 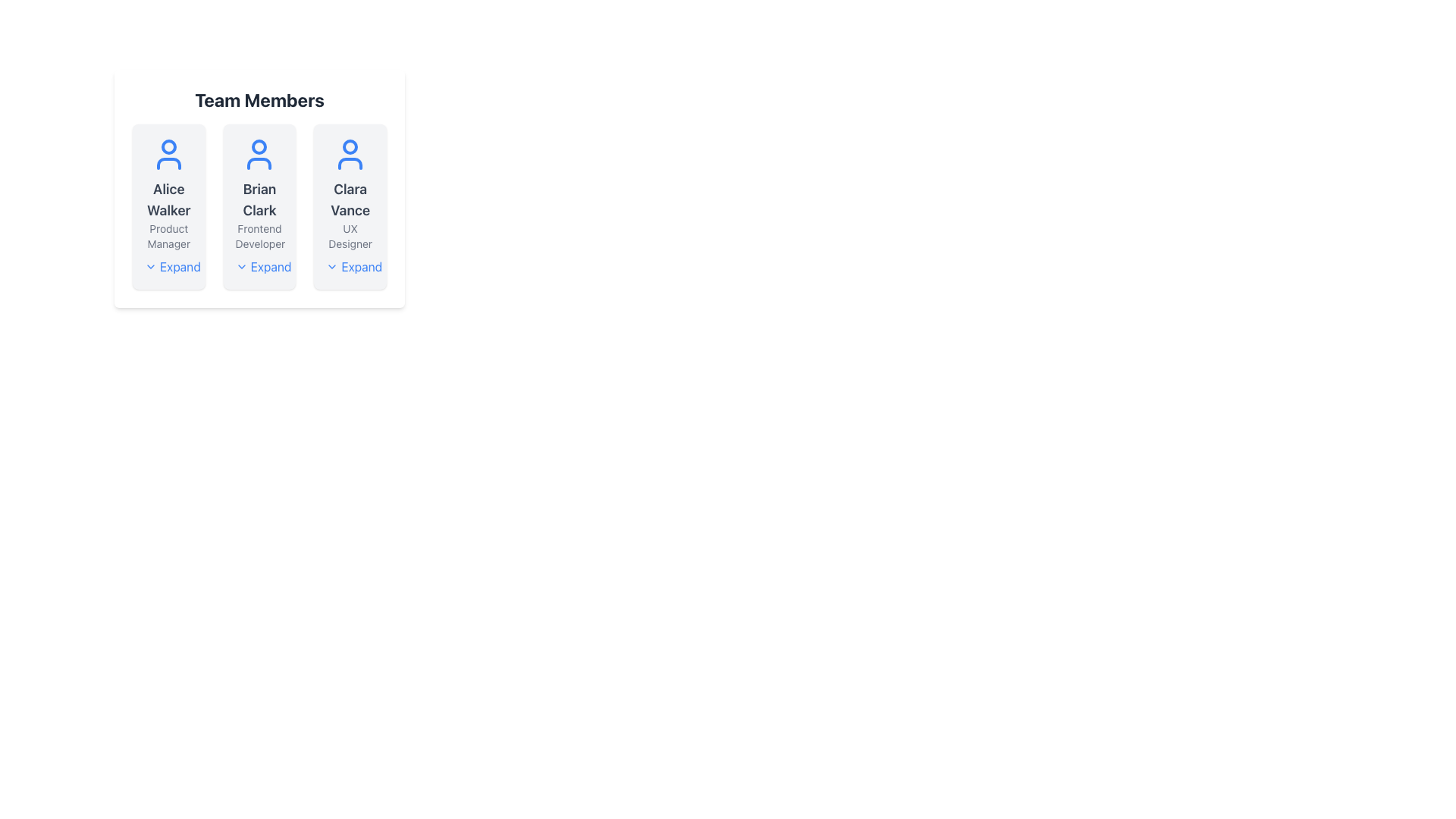 I want to click on the SVG Circle located inside the user profile icon for 'Alice Walker - Product Manager', which is central to the circular frame of the profile depiction, so click(x=168, y=146).